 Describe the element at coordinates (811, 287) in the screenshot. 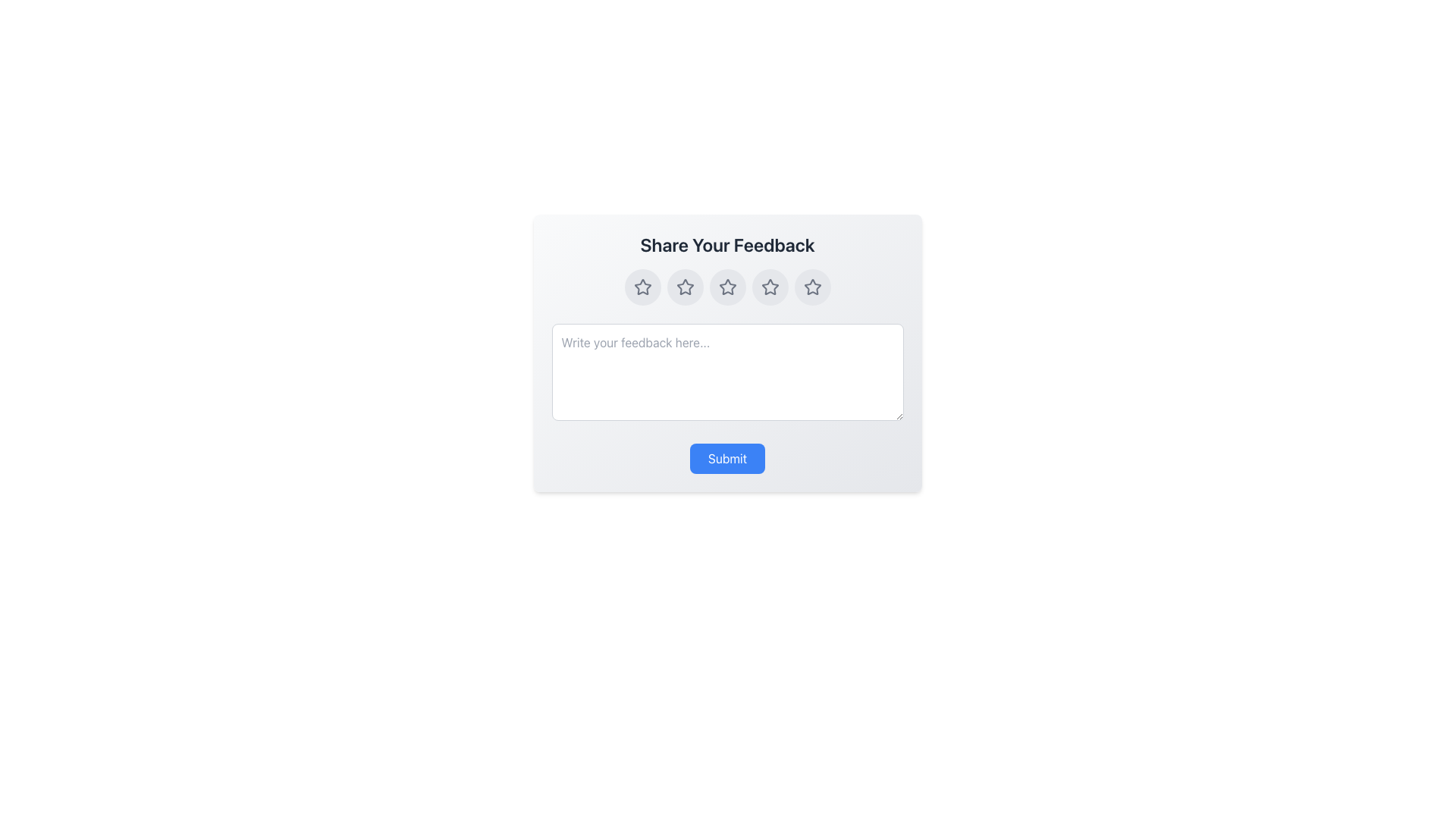

I see `the fifth star-shaped icon with a gray outline in the feedback form` at that location.